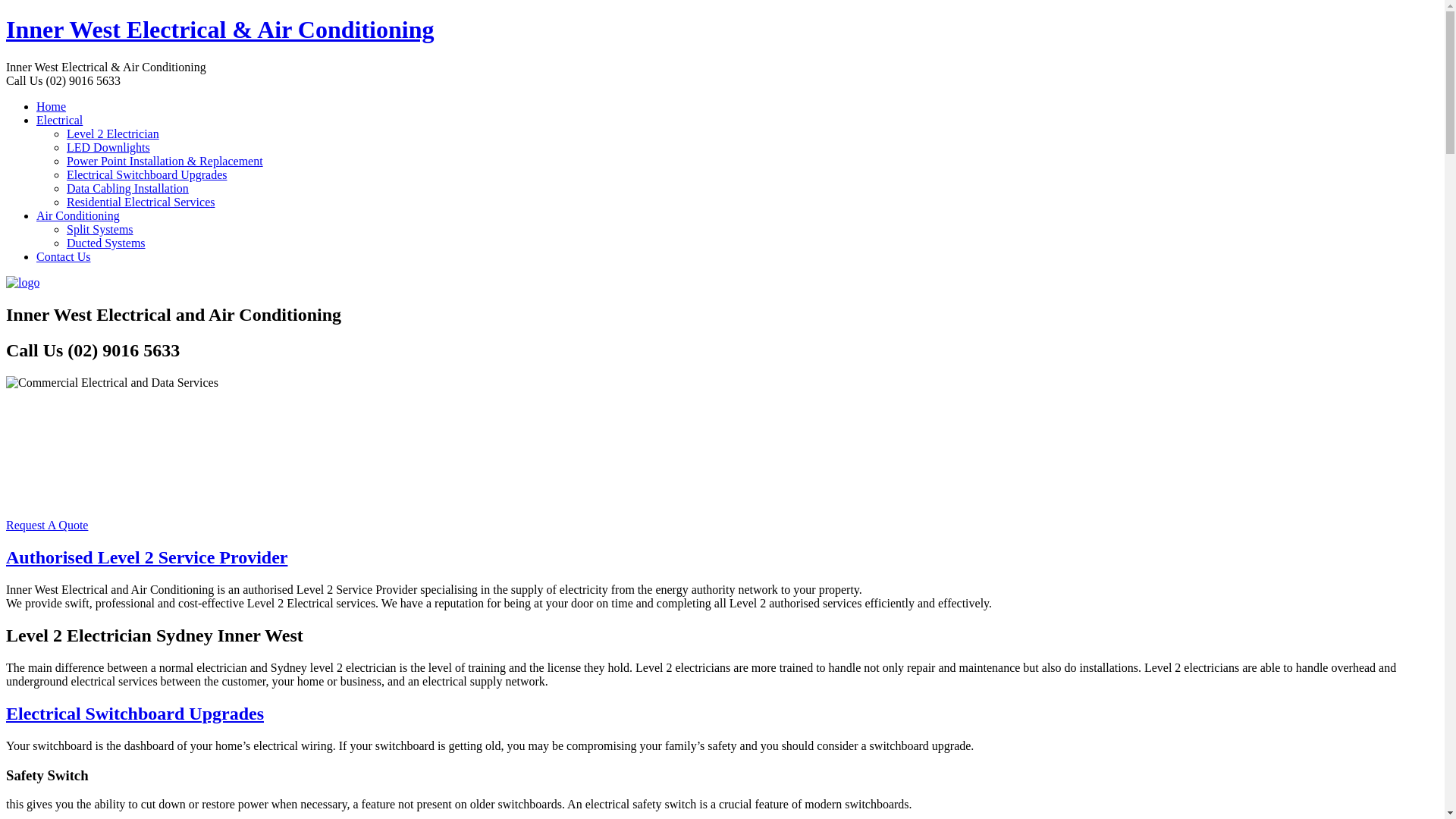  What do you see at coordinates (111, 382) in the screenshot?
I see `'Inner West Electrical and Air Conditioning 1'` at bounding box center [111, 382].